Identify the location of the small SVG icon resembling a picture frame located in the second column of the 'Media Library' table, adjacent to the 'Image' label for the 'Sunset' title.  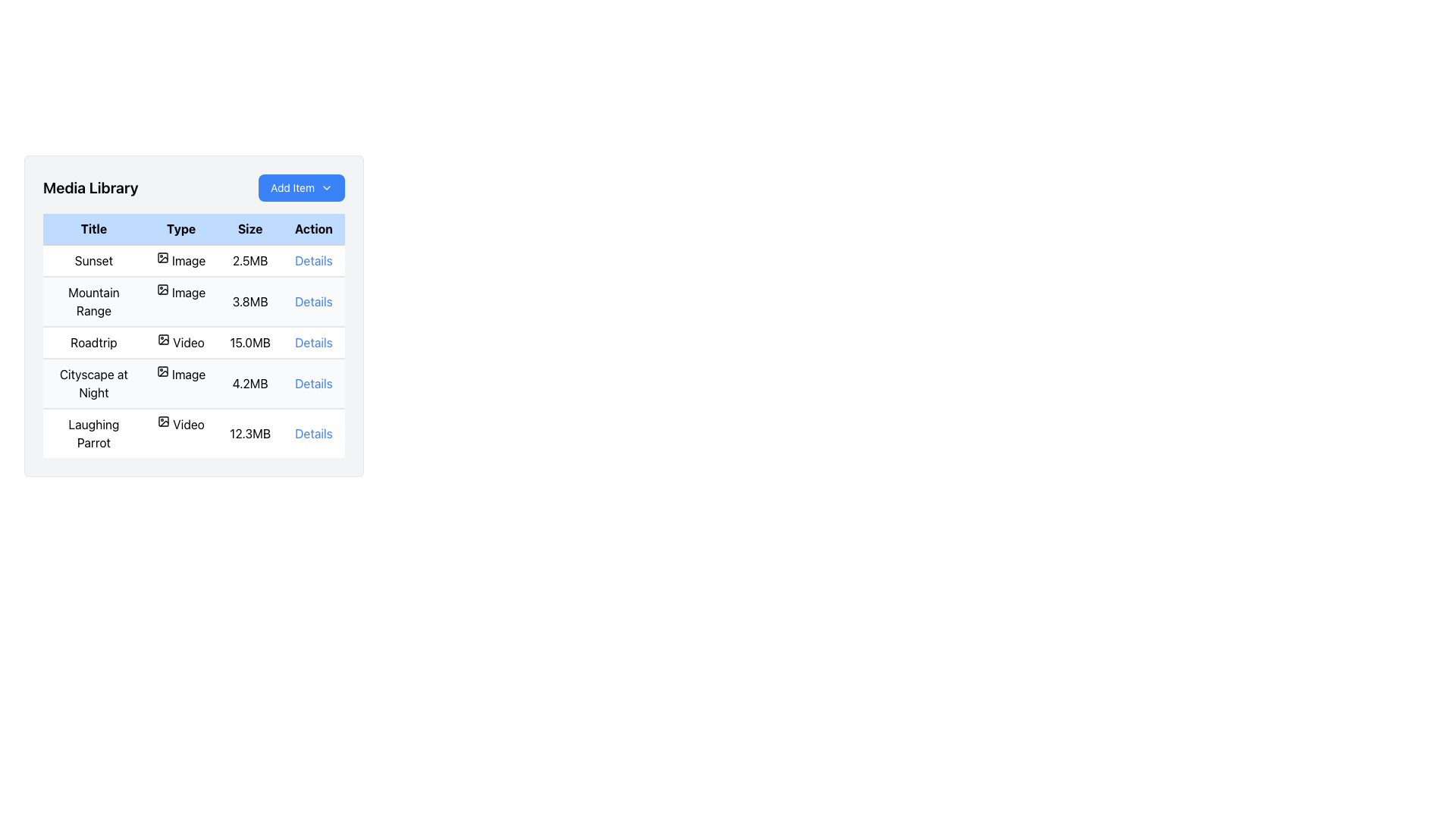
(162, 256).